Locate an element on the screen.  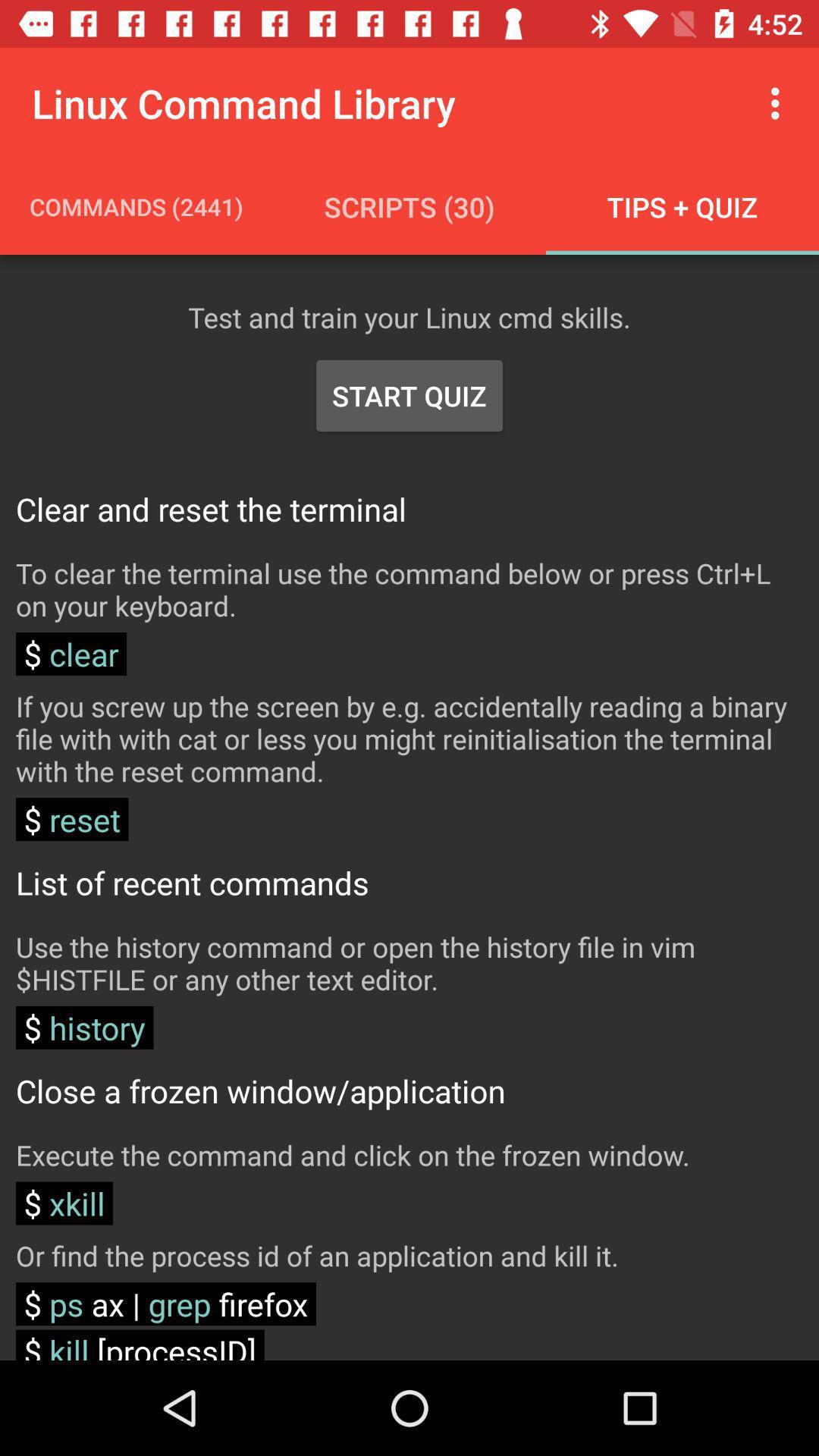
the start quiz is located at coordinates (409, 396).